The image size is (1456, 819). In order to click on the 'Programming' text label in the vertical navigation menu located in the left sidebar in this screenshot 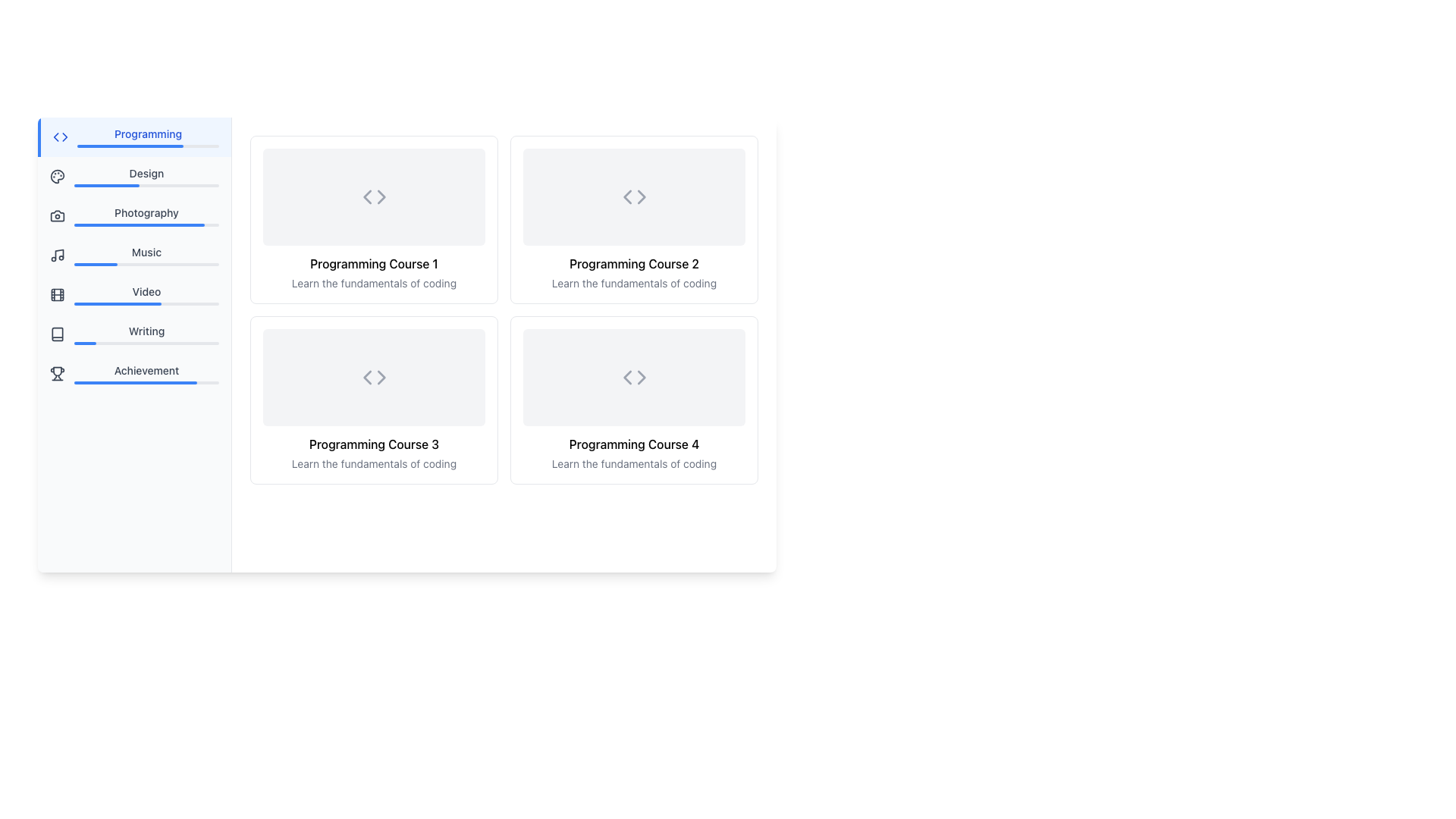, I will do `click(148, 133)`.